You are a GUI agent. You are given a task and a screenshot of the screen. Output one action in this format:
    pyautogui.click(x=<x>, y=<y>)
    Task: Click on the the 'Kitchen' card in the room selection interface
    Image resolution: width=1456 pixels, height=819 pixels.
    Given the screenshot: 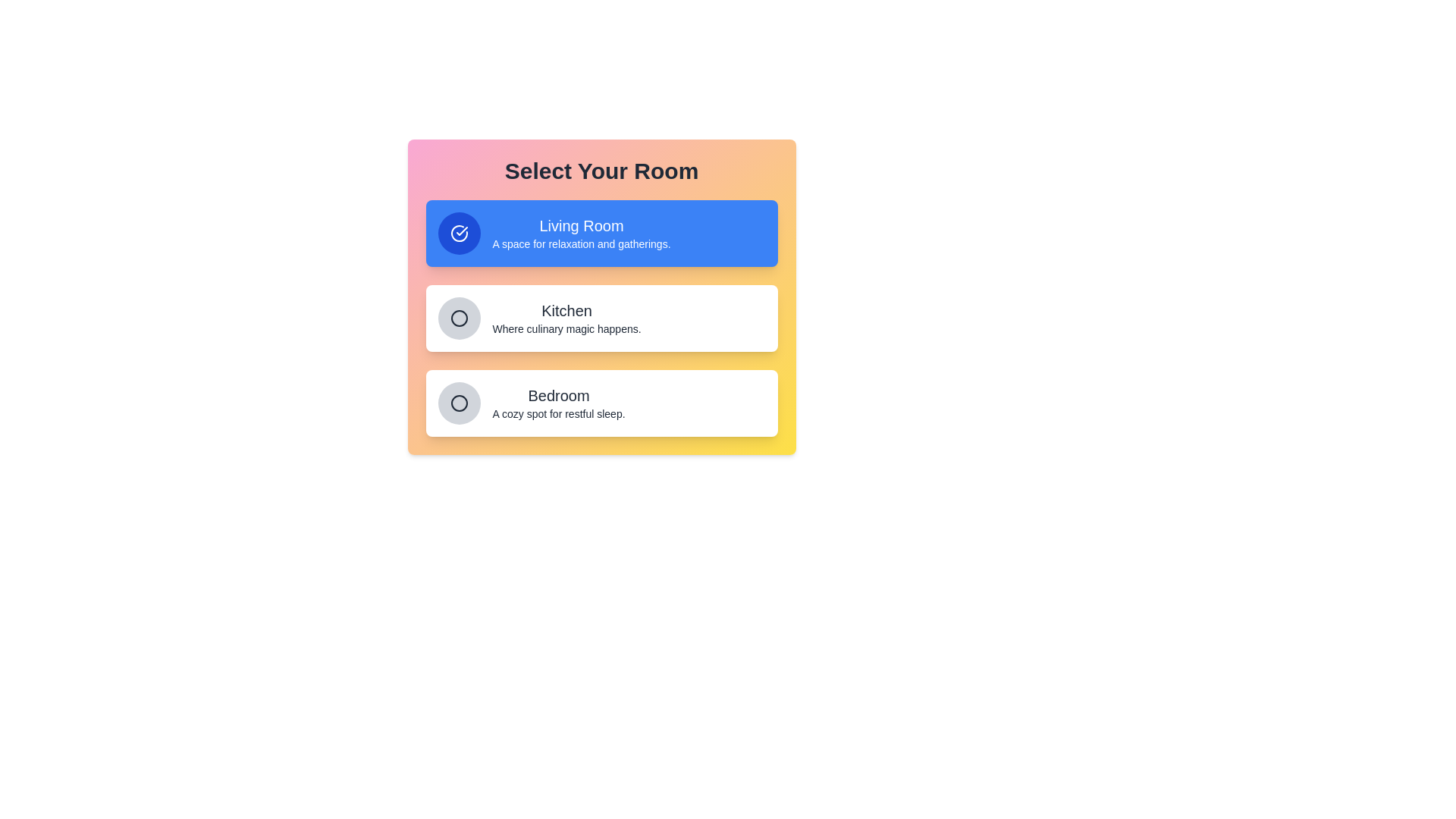 What is the action you would take?
    pyautogui.click(x=601, y=318)
    